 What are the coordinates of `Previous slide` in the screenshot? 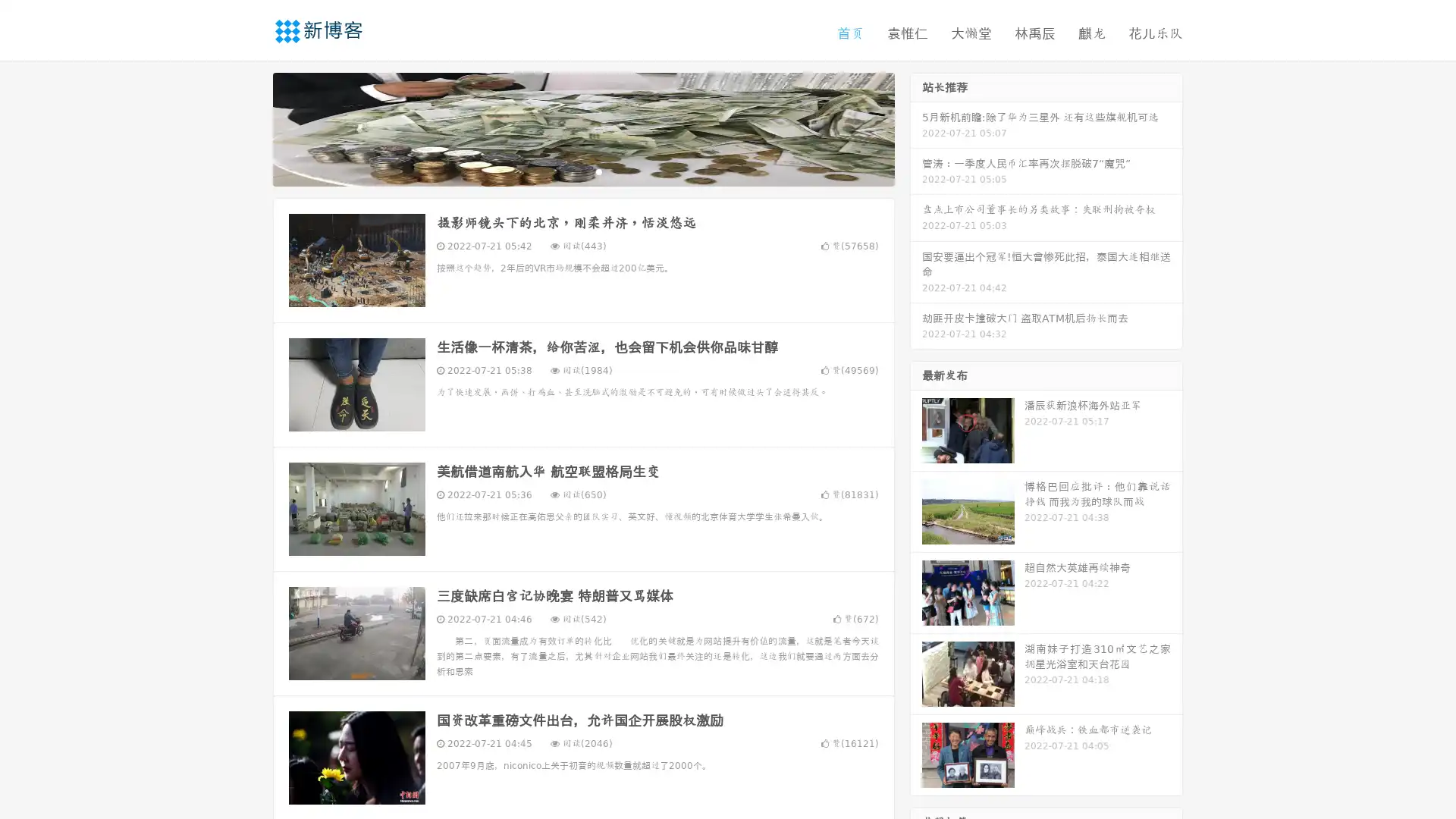 It's located at (250, 127).